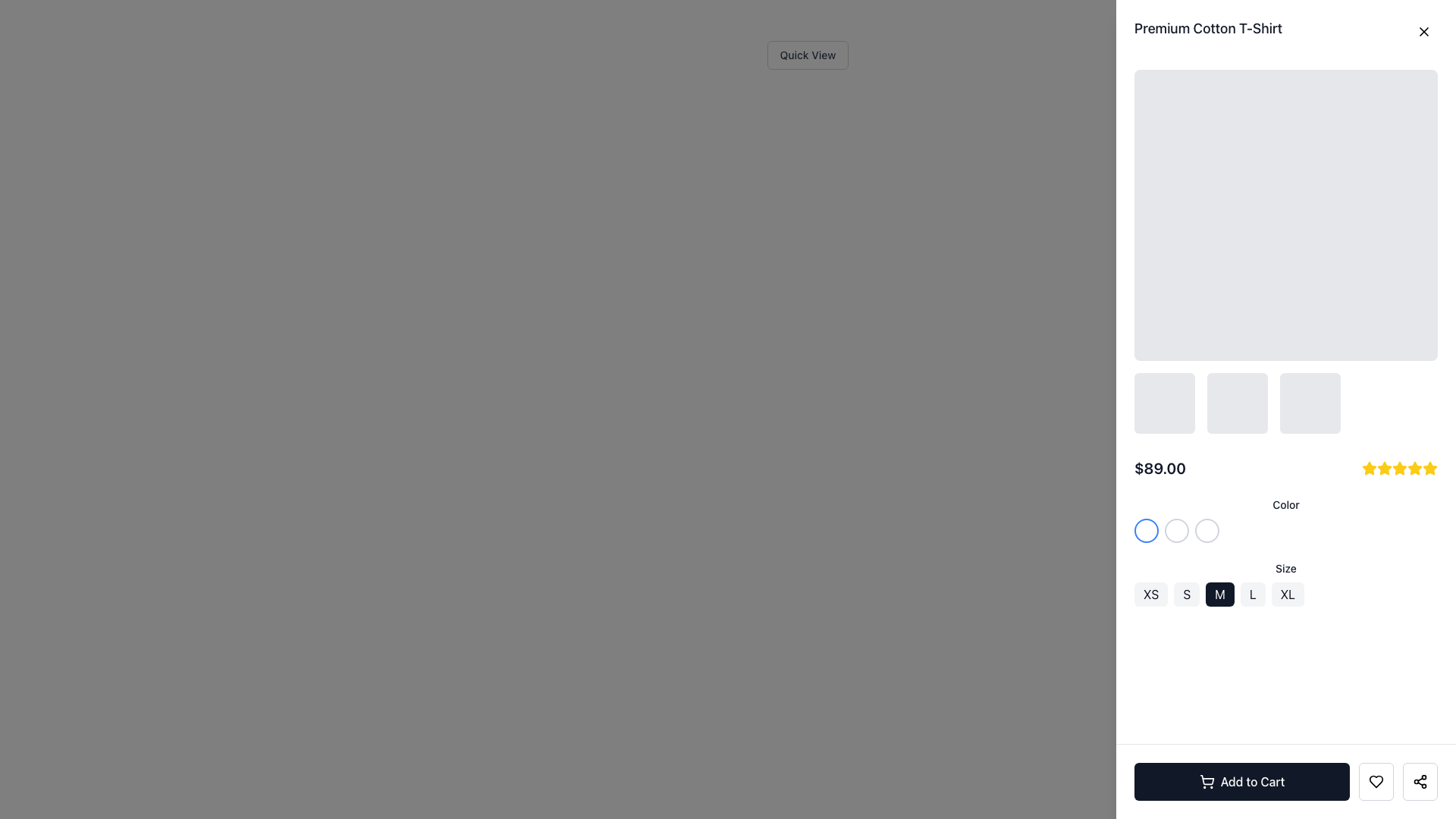 This screenshot has width=1456, height=819. I want to click on the fourth star in the five-star rating system located on the right side of the product details section, which visually represents the fourth level of the rating, so click(1399, 467).